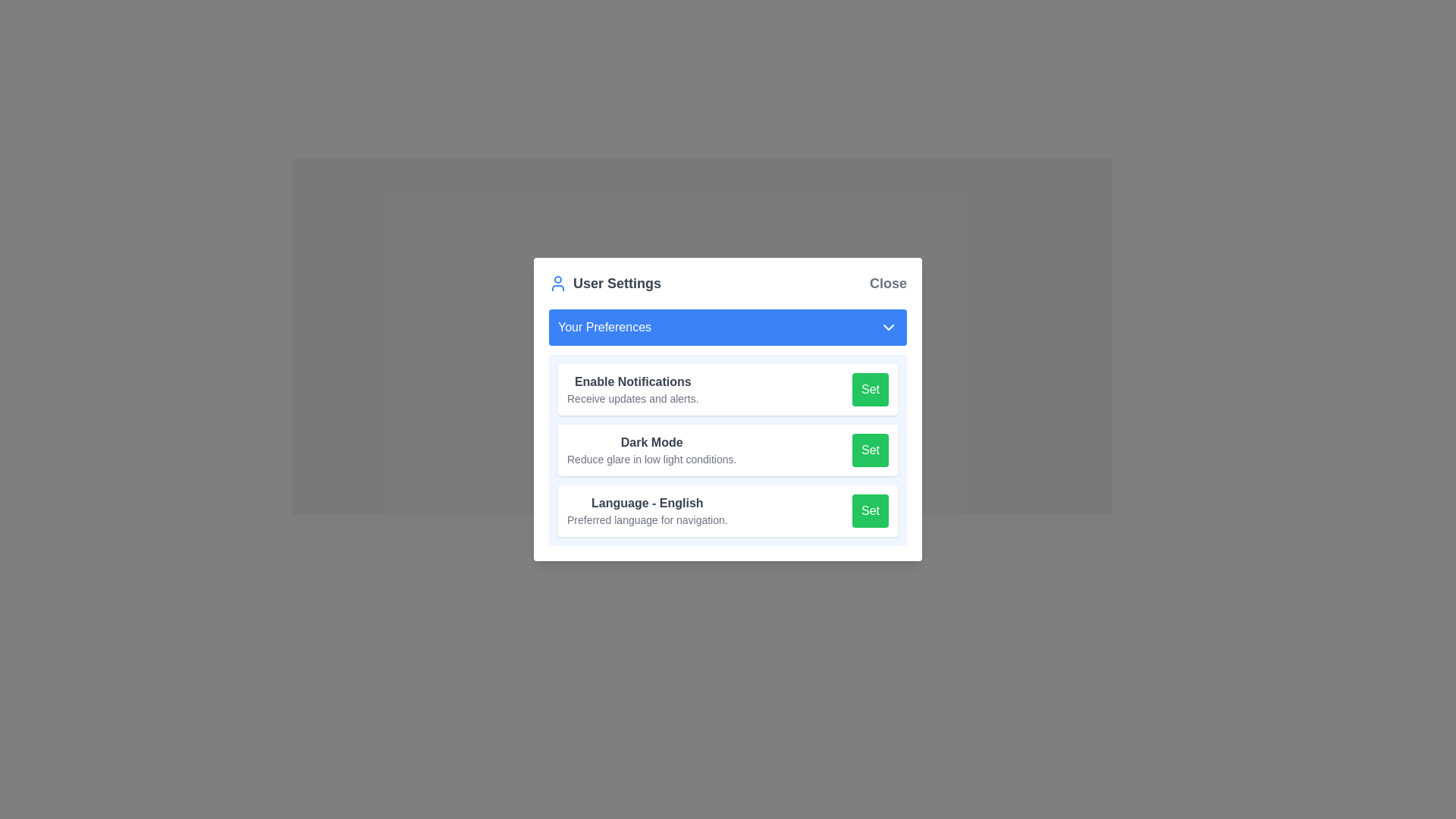  I want to click on the 'Dark Mode' text label located in the 'Your Preferences' section, positioned between 'Enable Notifications' and 'Language - English', so click(651, 450).